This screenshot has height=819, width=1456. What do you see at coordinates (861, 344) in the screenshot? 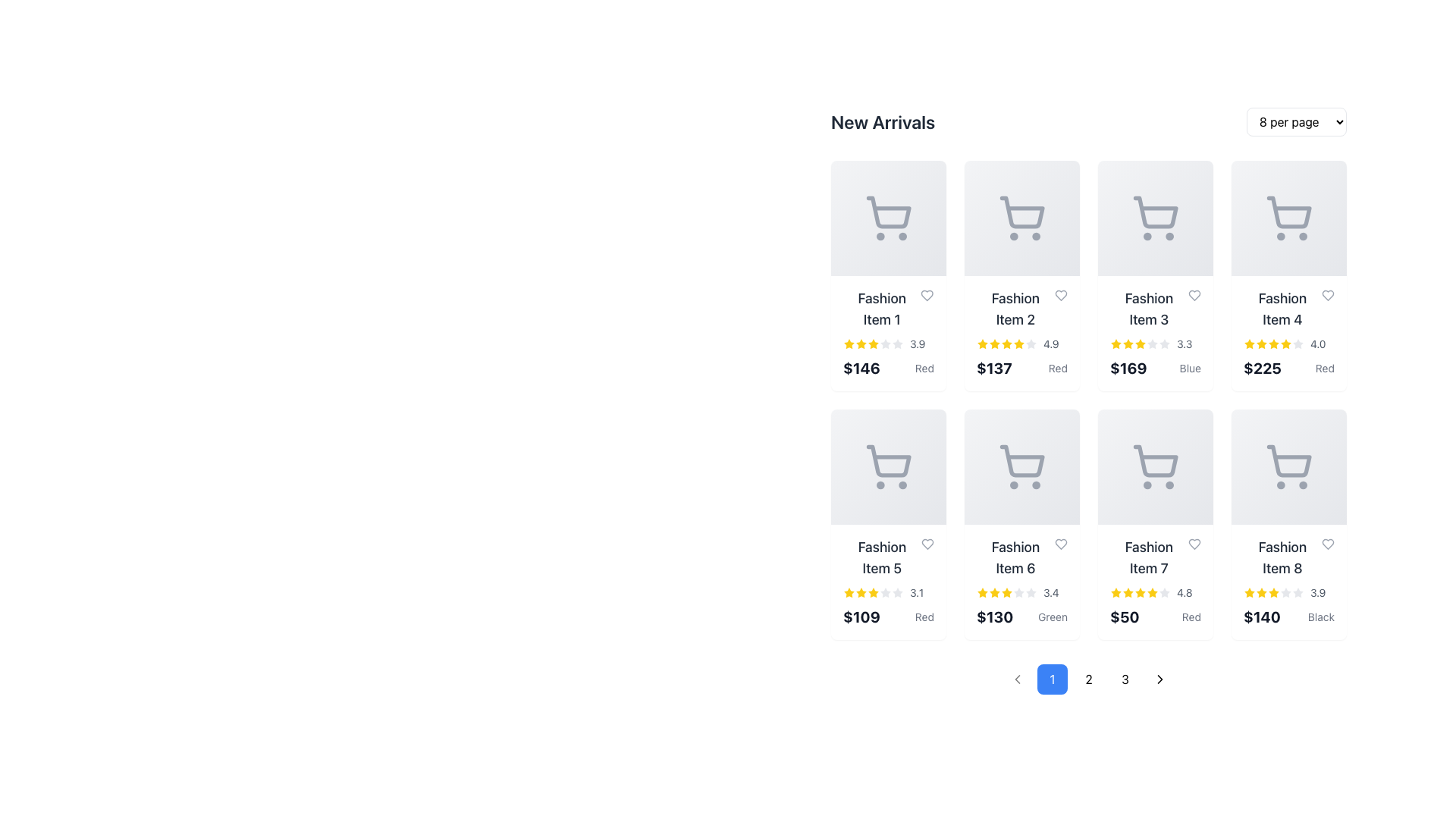
I see `the 1-star rating icon for 'Fashion Item 1'` at bounding box center [861, 344].